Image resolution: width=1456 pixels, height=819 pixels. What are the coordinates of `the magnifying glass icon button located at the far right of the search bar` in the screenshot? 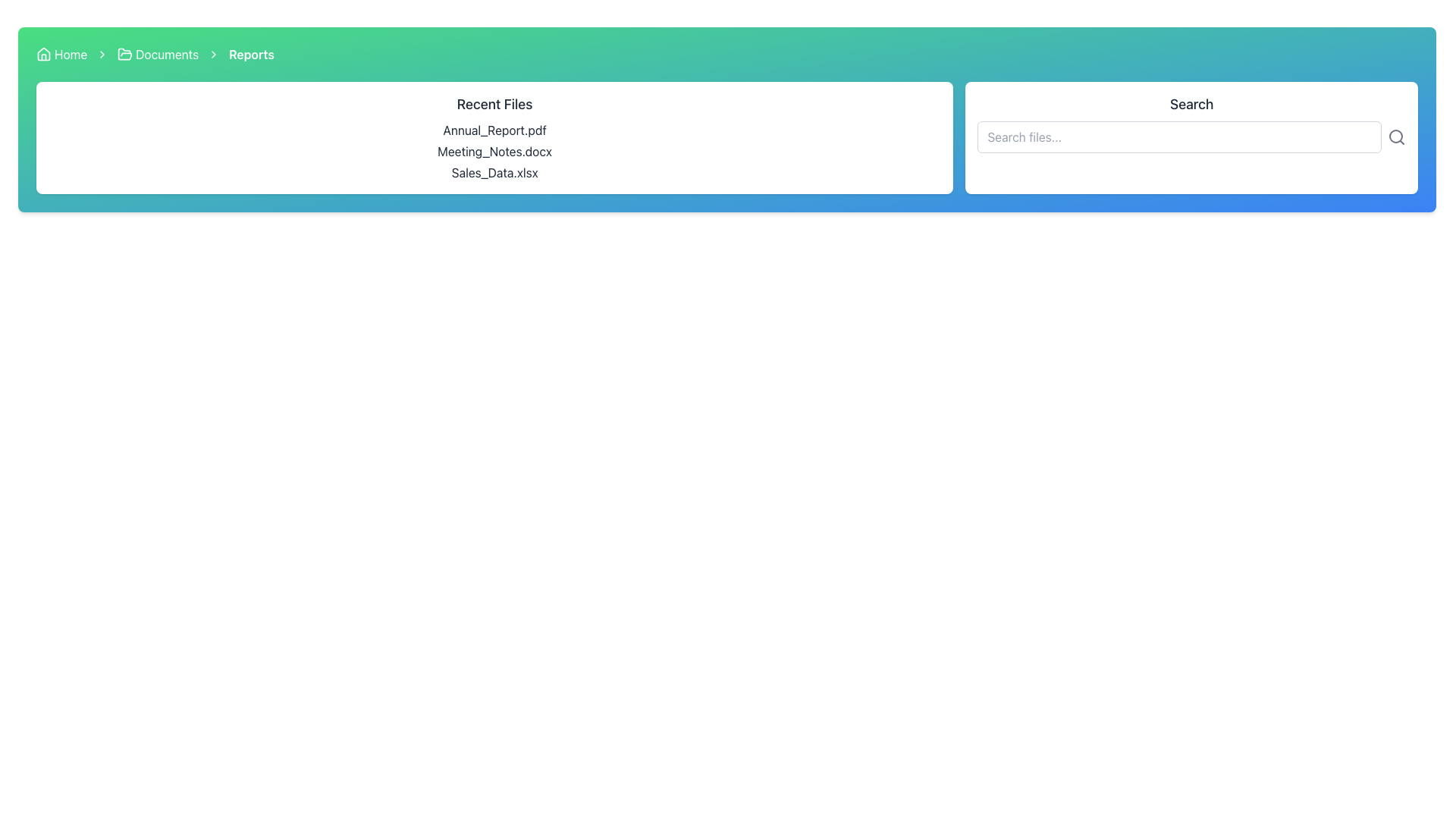 It's located at (1396, 137).